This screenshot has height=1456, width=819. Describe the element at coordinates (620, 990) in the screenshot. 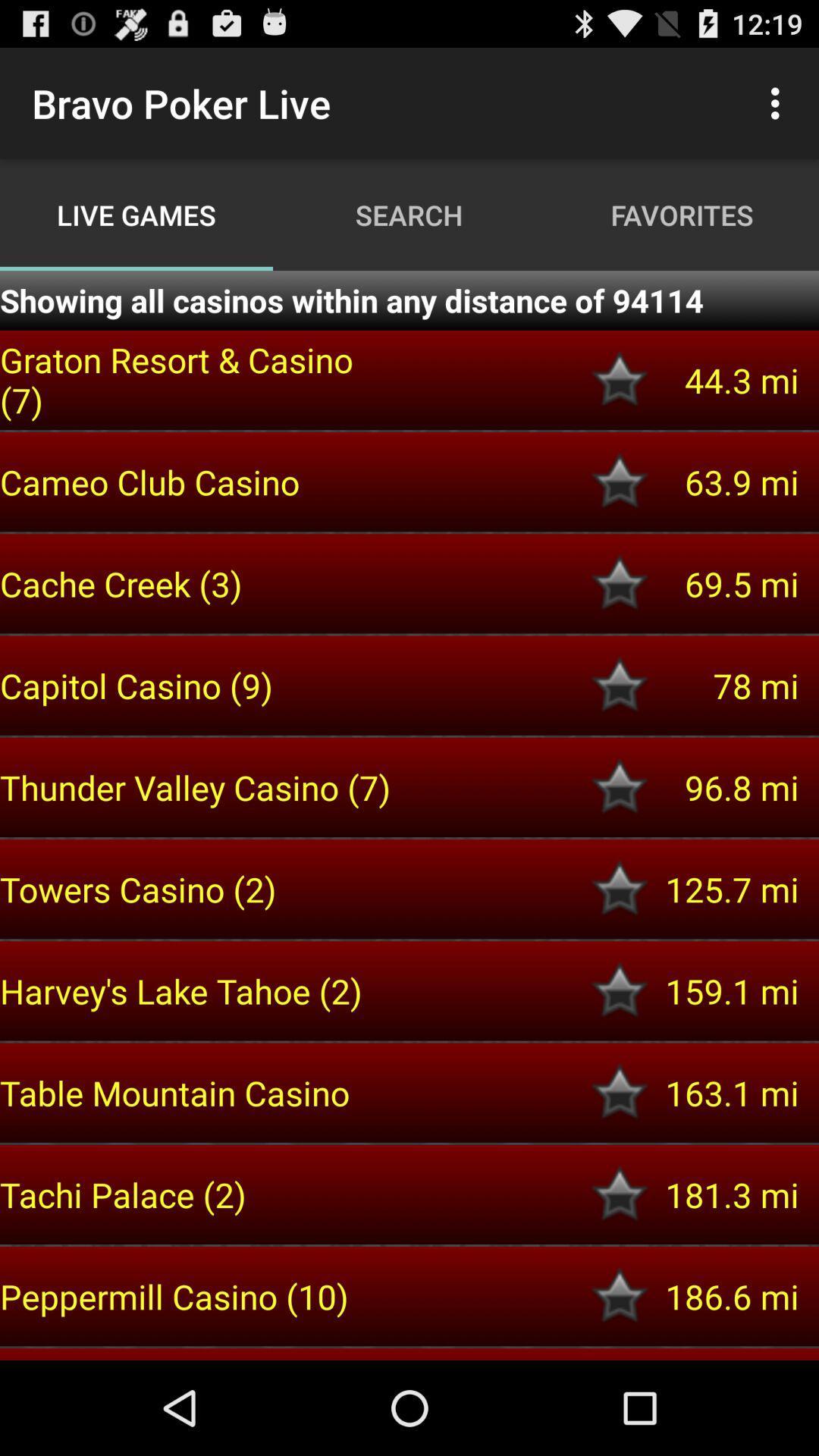

I see `as favotire` at that location.